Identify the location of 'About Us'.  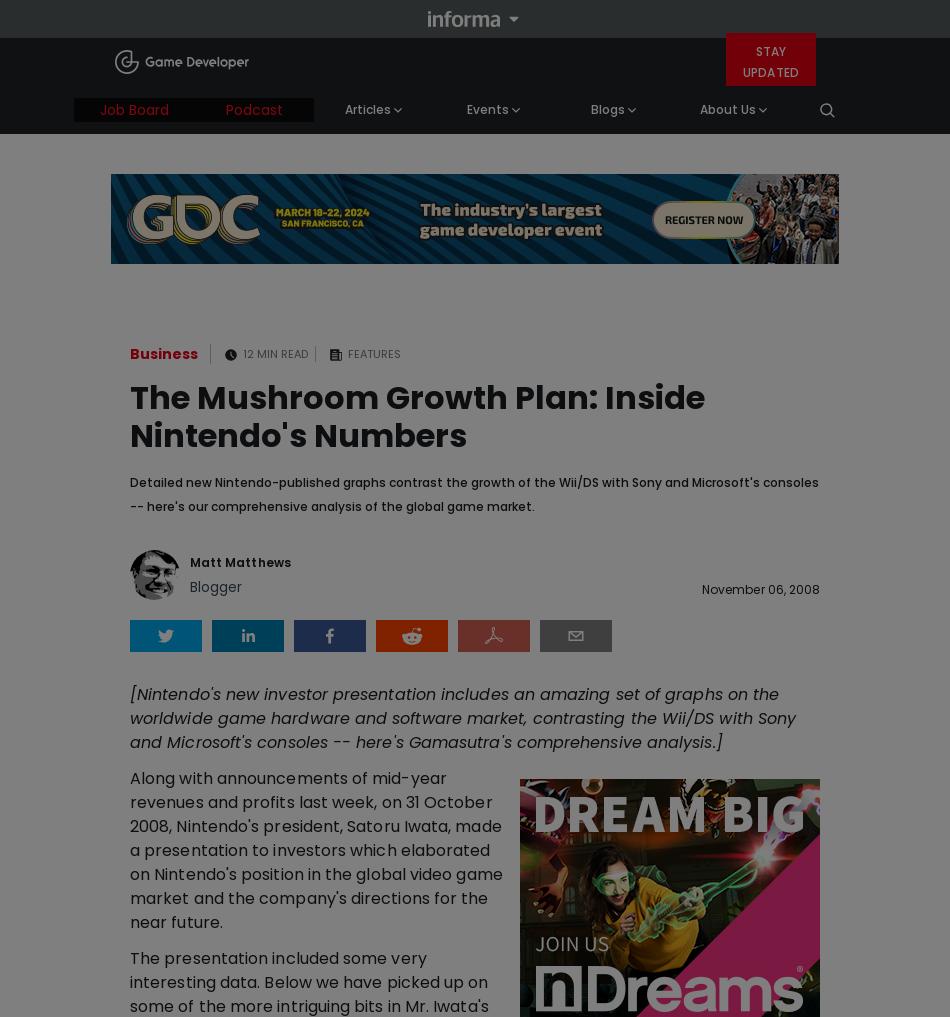
(726, 109).